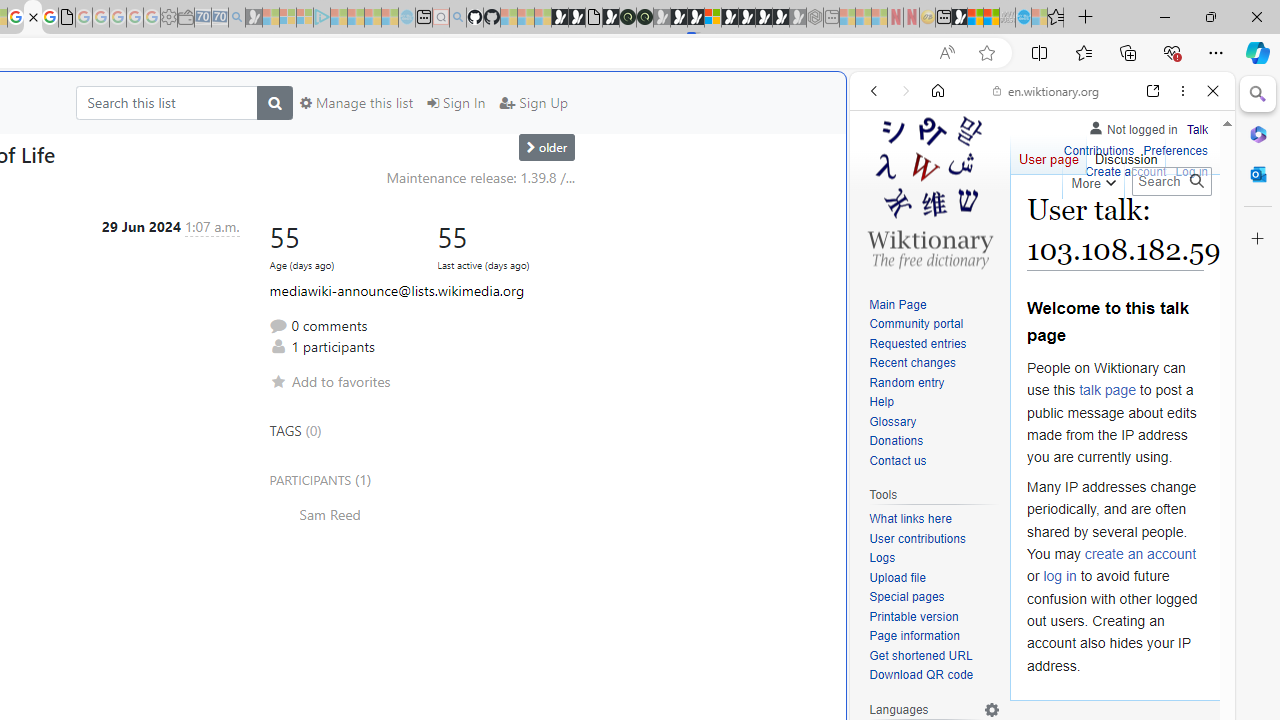 The height and width of the screenshot is (720, 1280). I want to click on 'What links here', so click(909, 518).